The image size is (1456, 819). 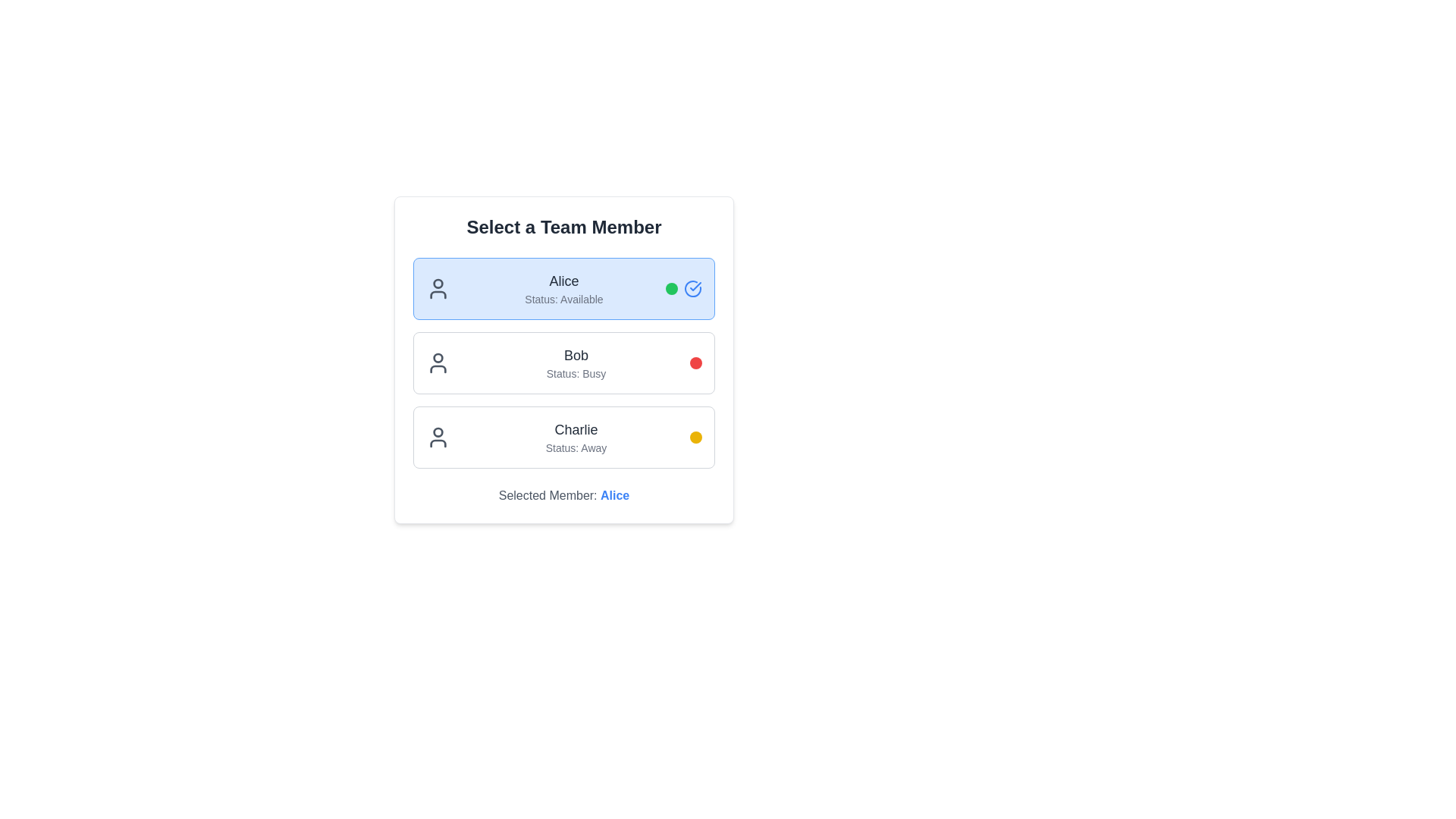 What do you see at coordinates (575, 374) in the screenshot?
I see `the text label displaying 'Status: Busy', which is styled with a small font size and light gray color, located below the name 'Bob'` at bounding box center [575, 374].